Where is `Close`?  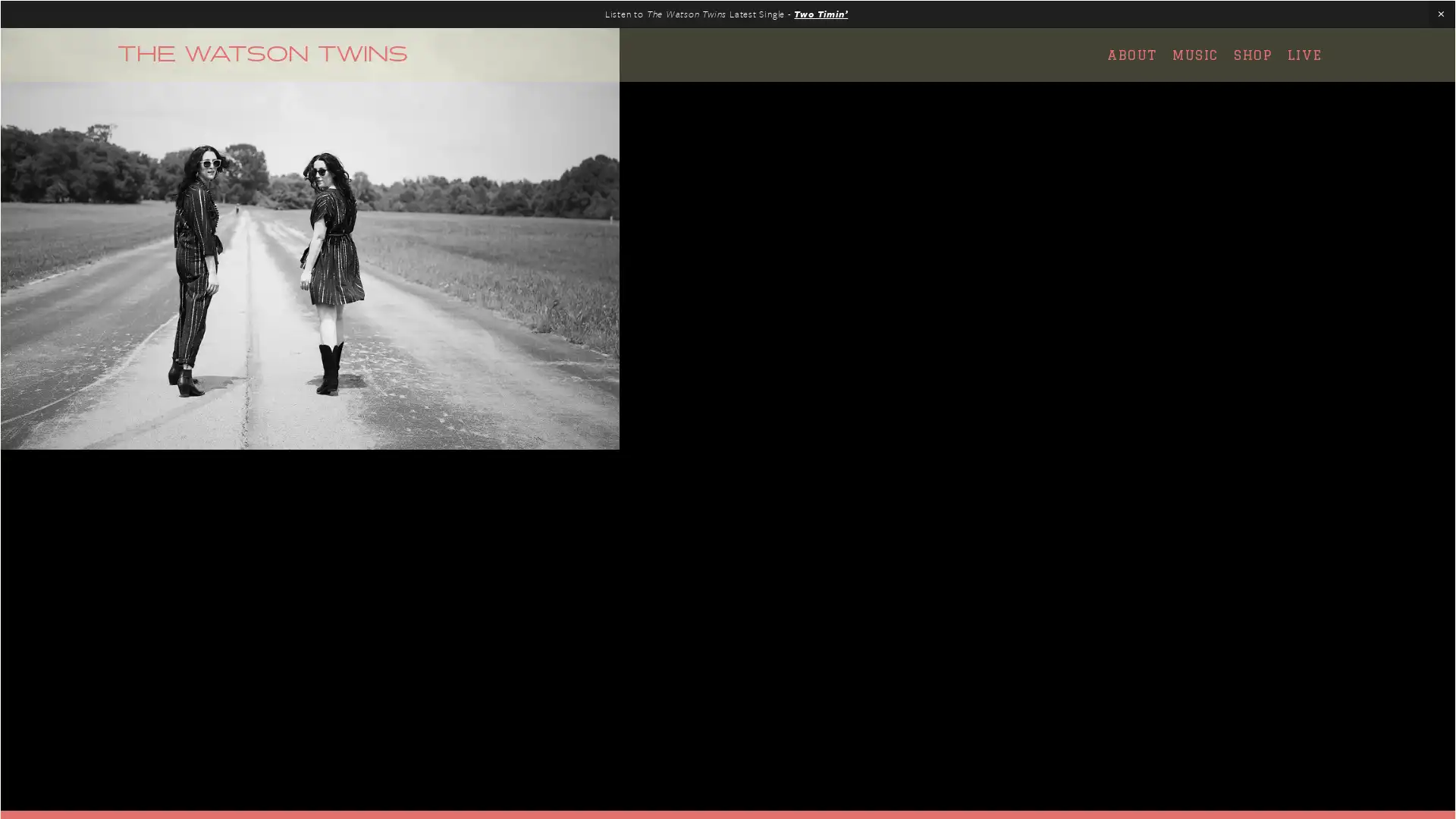 Close is located at coordinates (994, 216).